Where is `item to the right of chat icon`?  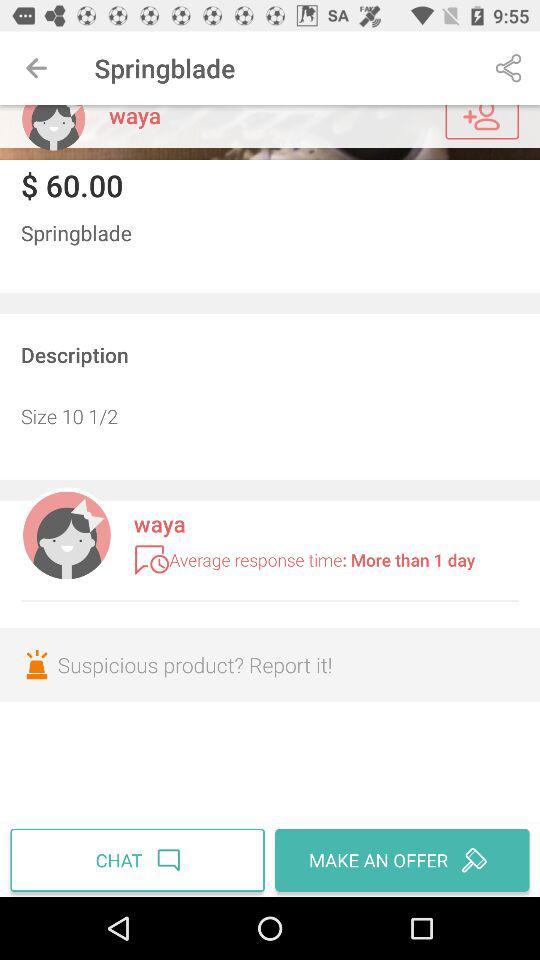 item to the right of chat icon is located at coordinates (399, 859).